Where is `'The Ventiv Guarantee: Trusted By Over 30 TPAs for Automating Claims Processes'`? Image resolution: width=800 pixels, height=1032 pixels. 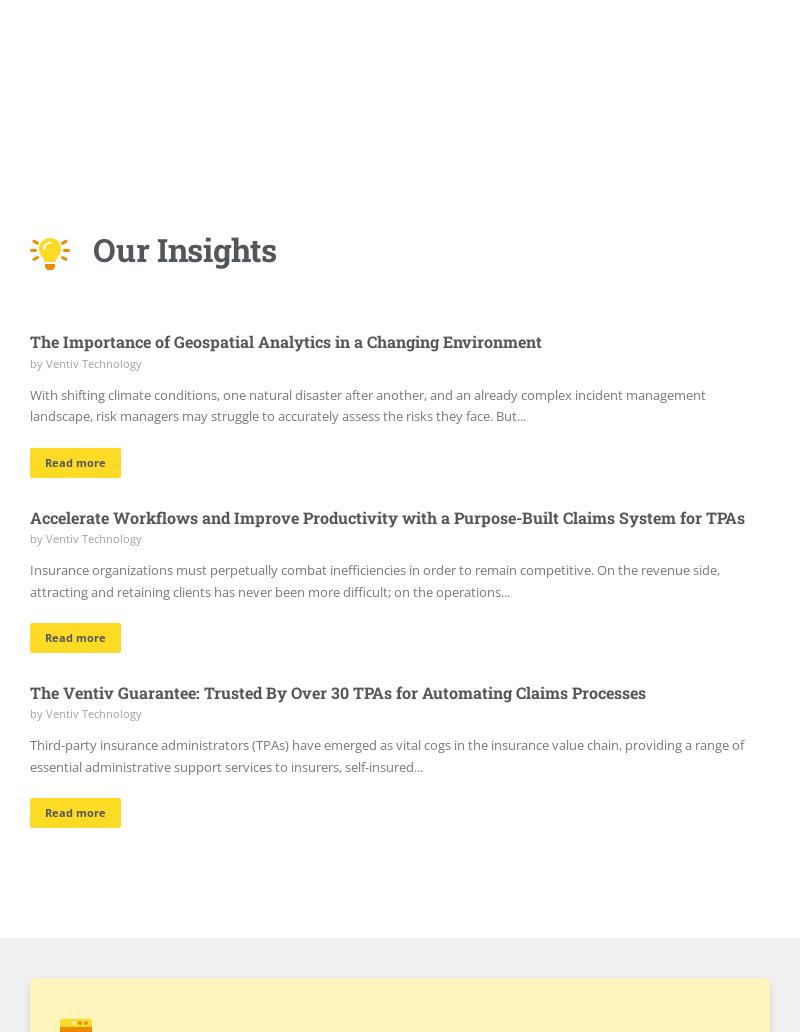
'The Ventiv Guarantee: Trusted By Over 30 TPAs for Automating Claims Processes' is located at coordinates (338, 690).